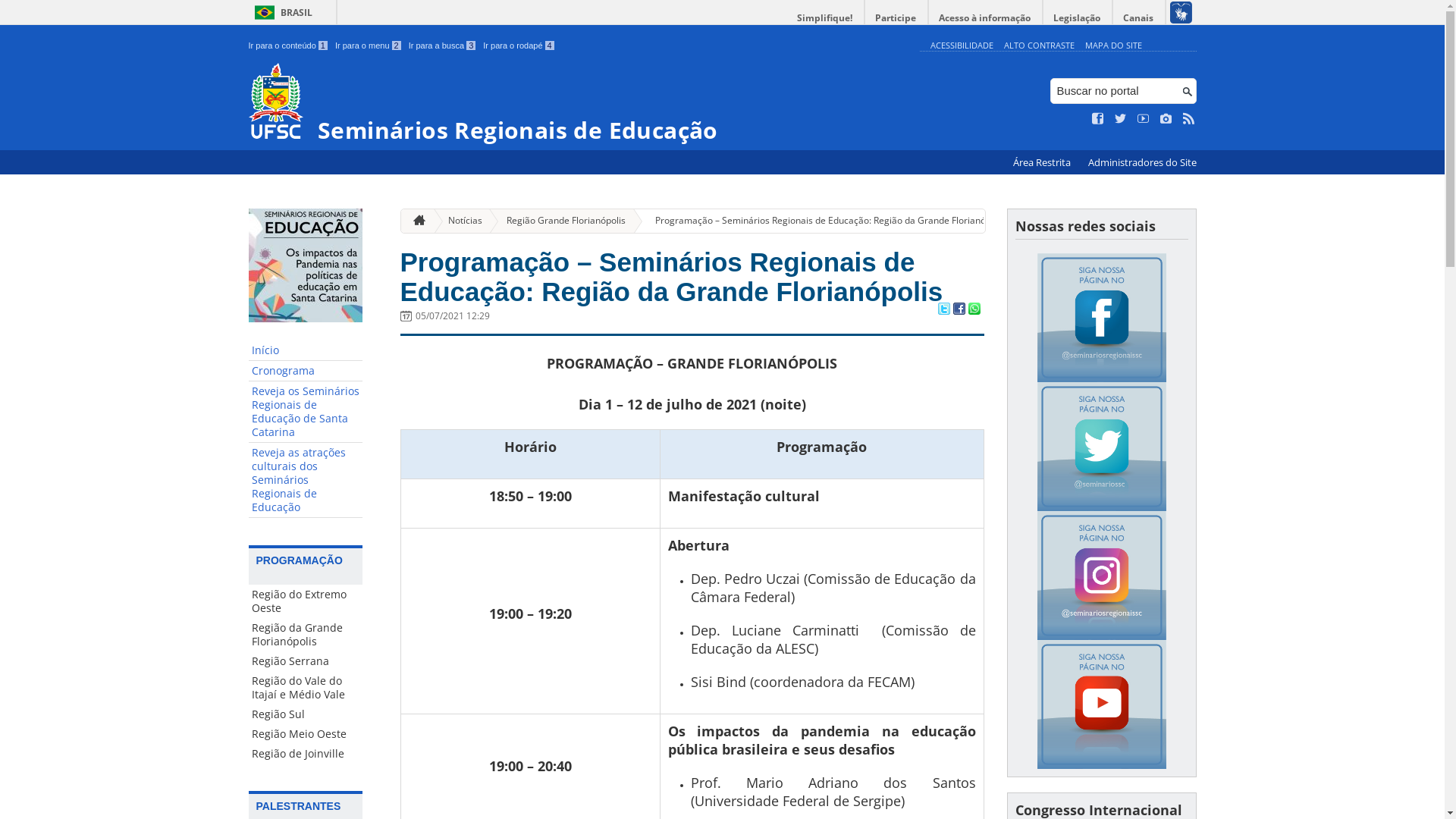  I want to click on 'Simplifique!', so click(786, 17).